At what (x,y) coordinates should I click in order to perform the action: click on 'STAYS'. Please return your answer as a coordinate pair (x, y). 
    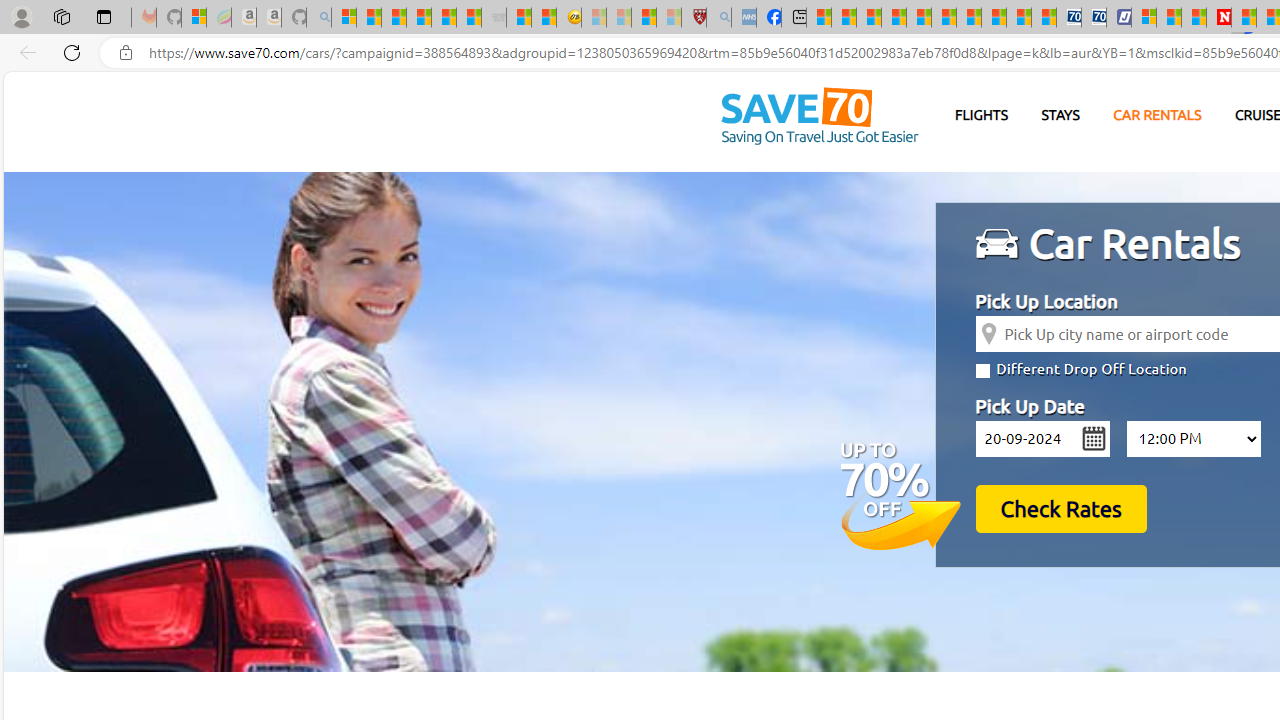
    Looking at the image, I should click on (1059, 115).